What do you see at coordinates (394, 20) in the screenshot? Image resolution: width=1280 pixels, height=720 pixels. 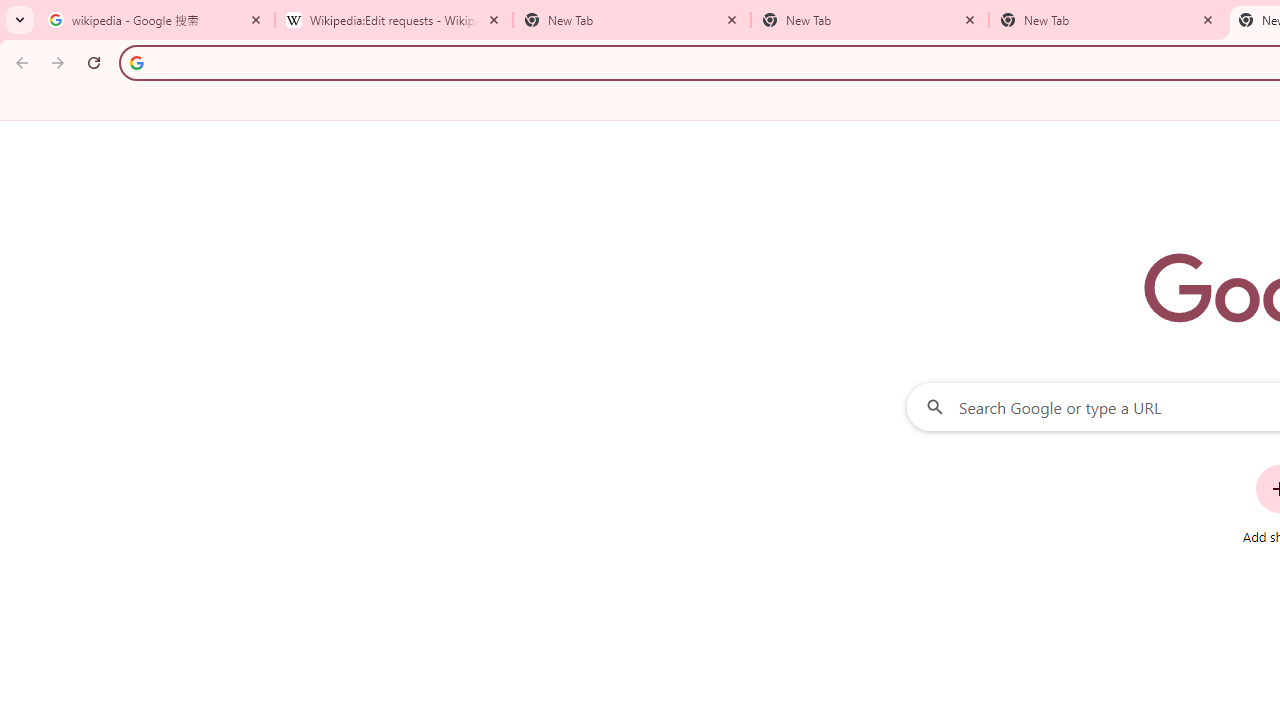 I see `'Wikipedia:Edit requests - Wikipedia'` at bounding box center [394, 20].